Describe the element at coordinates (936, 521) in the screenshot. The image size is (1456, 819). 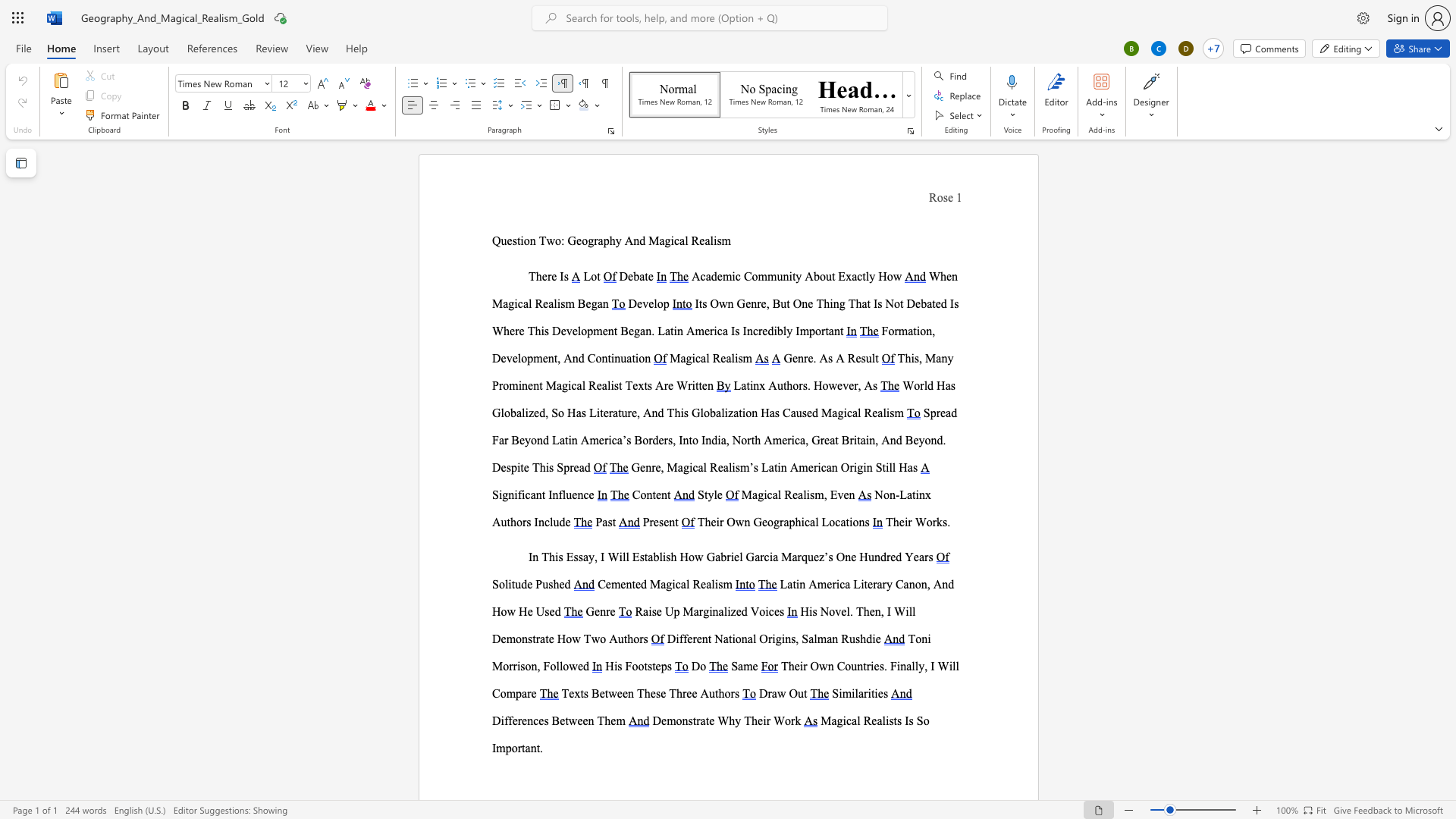
I see `the space between the continuous character "r" and "k" in the text` at that location.